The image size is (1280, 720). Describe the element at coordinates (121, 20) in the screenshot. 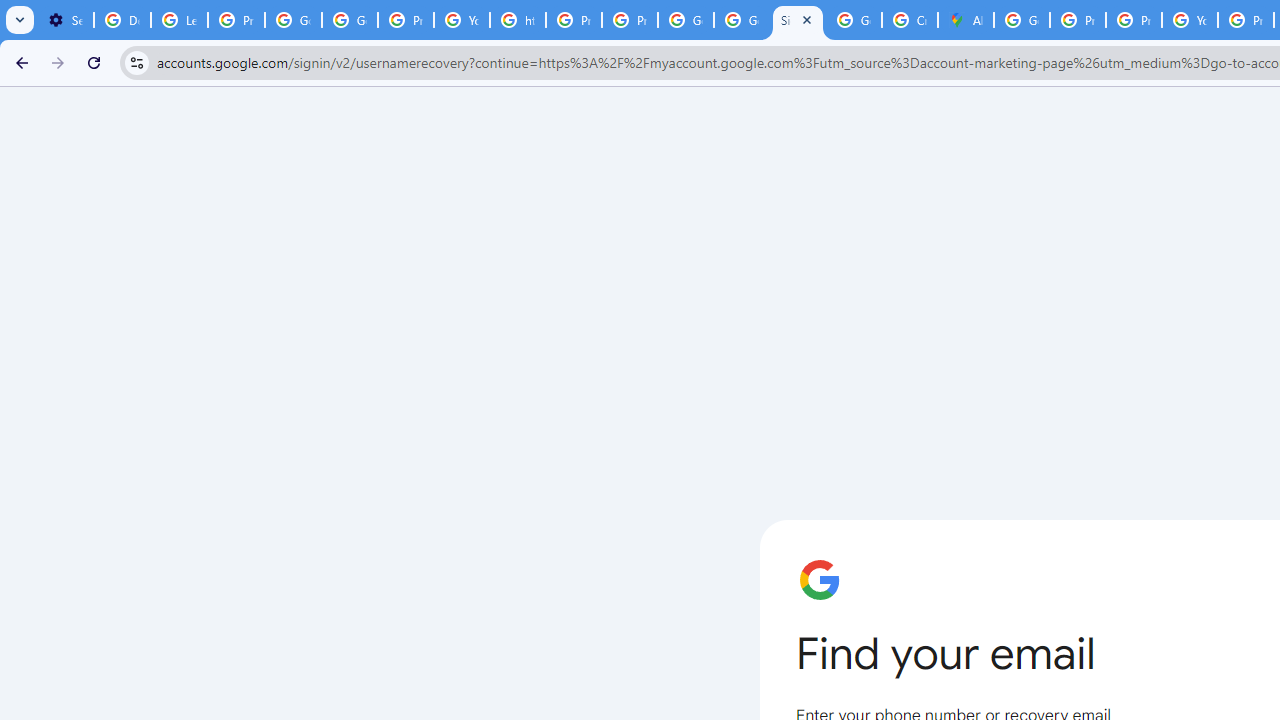

I see `'Delete photos & videos - Computer - Google Photos Help'` at that location.